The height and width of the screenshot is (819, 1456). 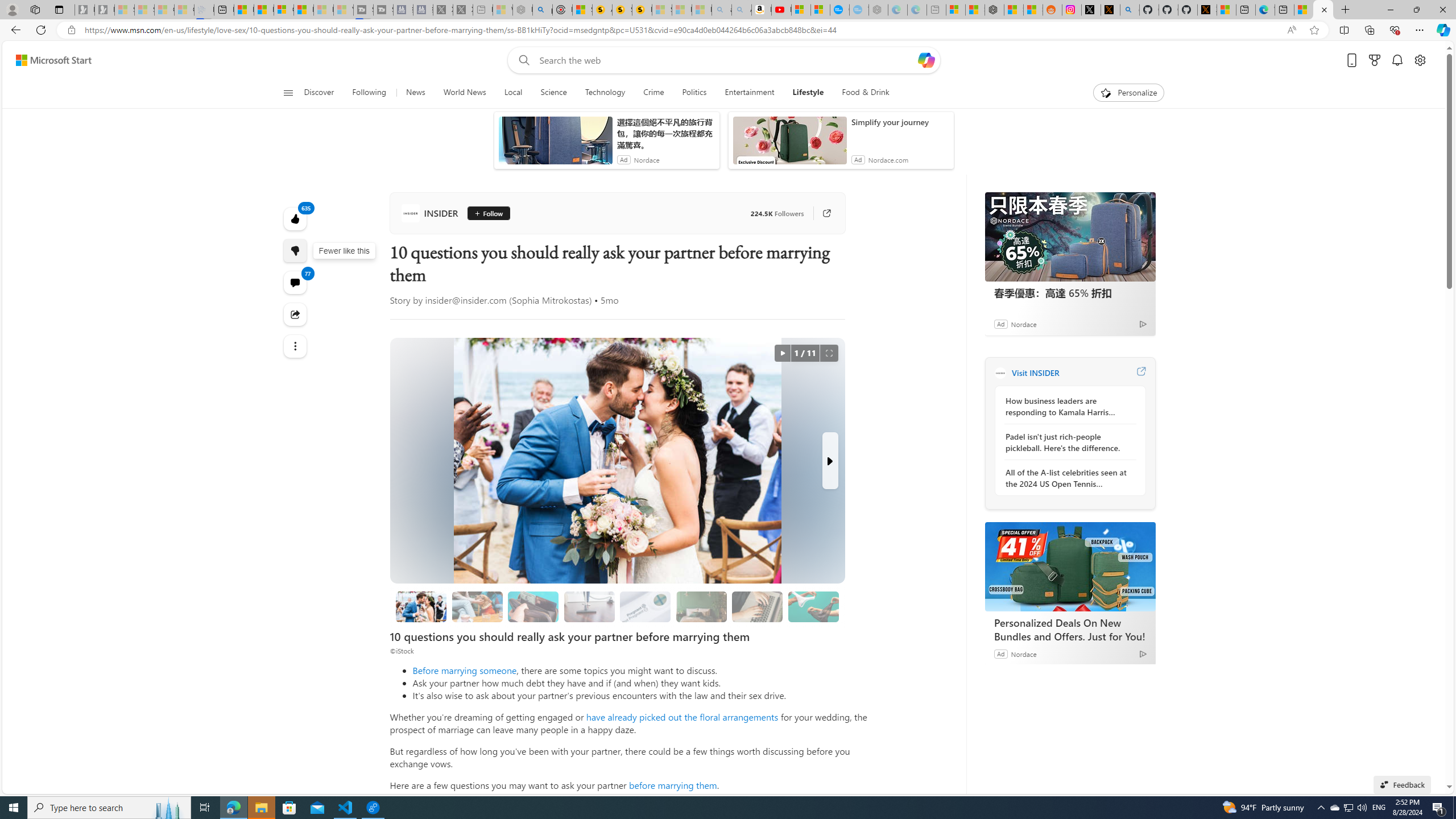 What do you see at coordinates (1394, 29) in the screenshot?
I see `'Browser essentials'` at bounding box center [1394, 29].